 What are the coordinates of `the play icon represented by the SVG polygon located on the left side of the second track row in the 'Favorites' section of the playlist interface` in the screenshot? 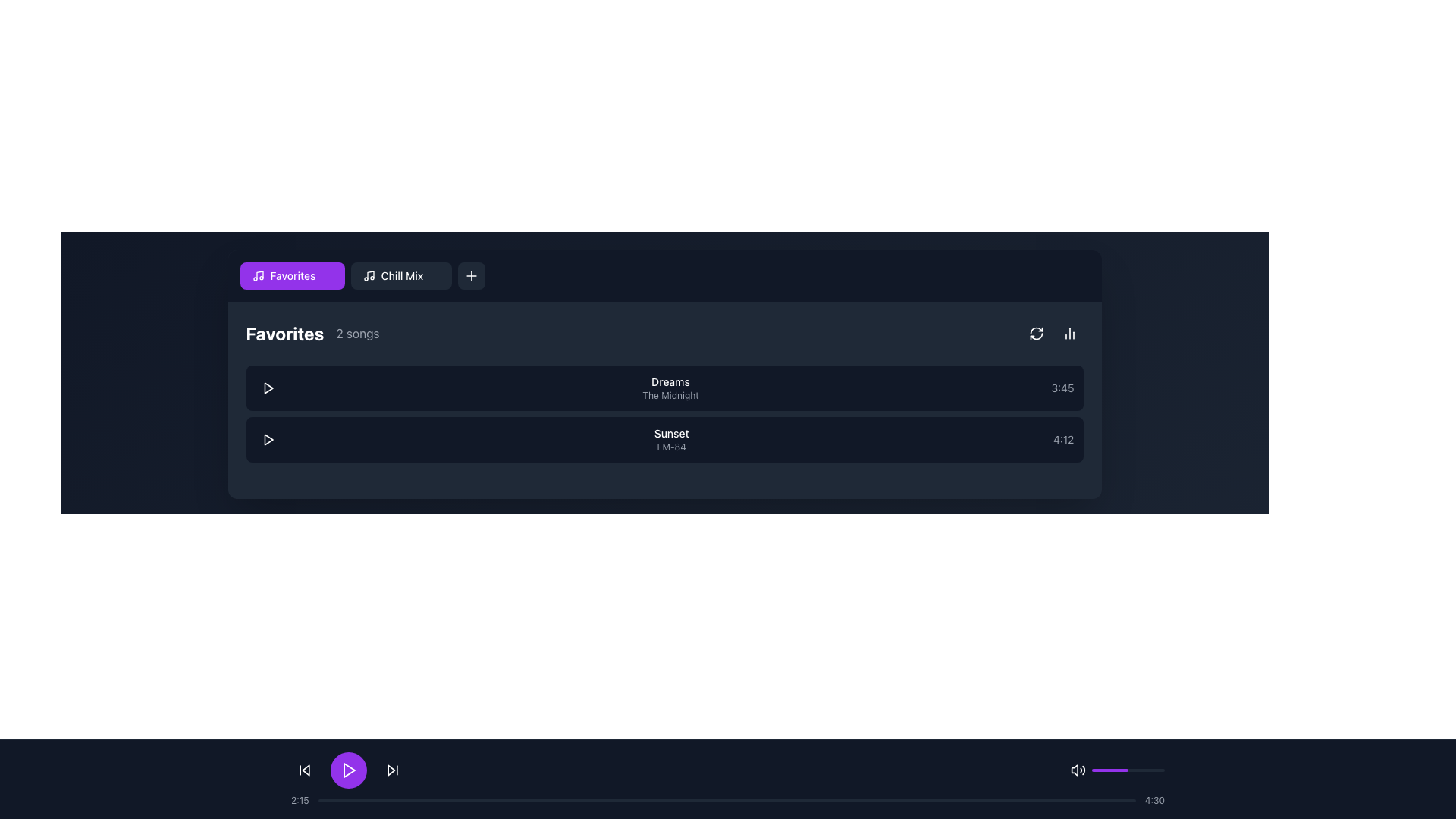 It's located at (268, 439).